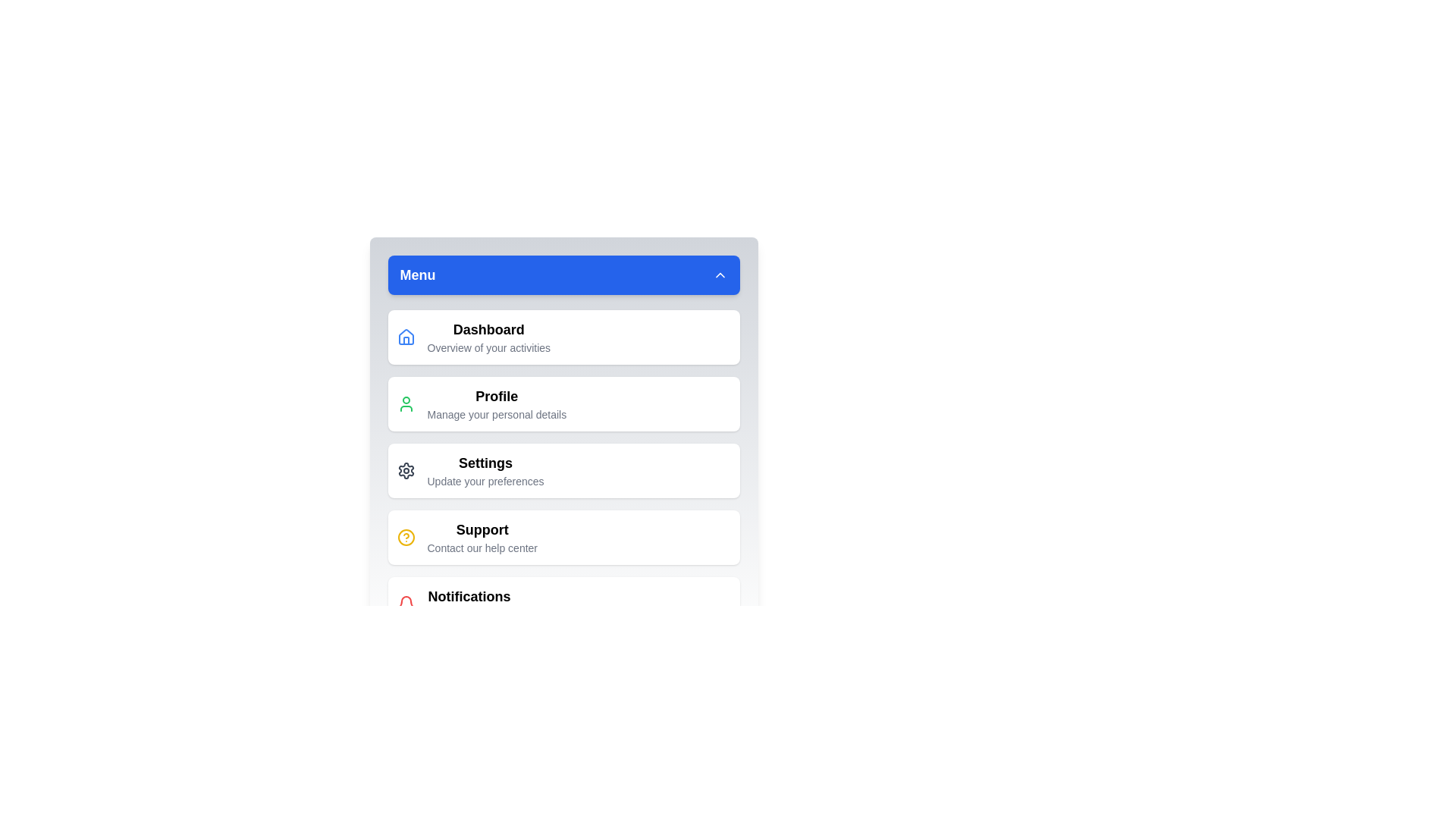 The height and width of the screenshot is (819, 1456). I want to click on the 'Settings' label, which is the third entry in the vertical menu list, styled with bold text and a larger font size, located above the descriptive text 'Update your preferences', so click(485, 462).